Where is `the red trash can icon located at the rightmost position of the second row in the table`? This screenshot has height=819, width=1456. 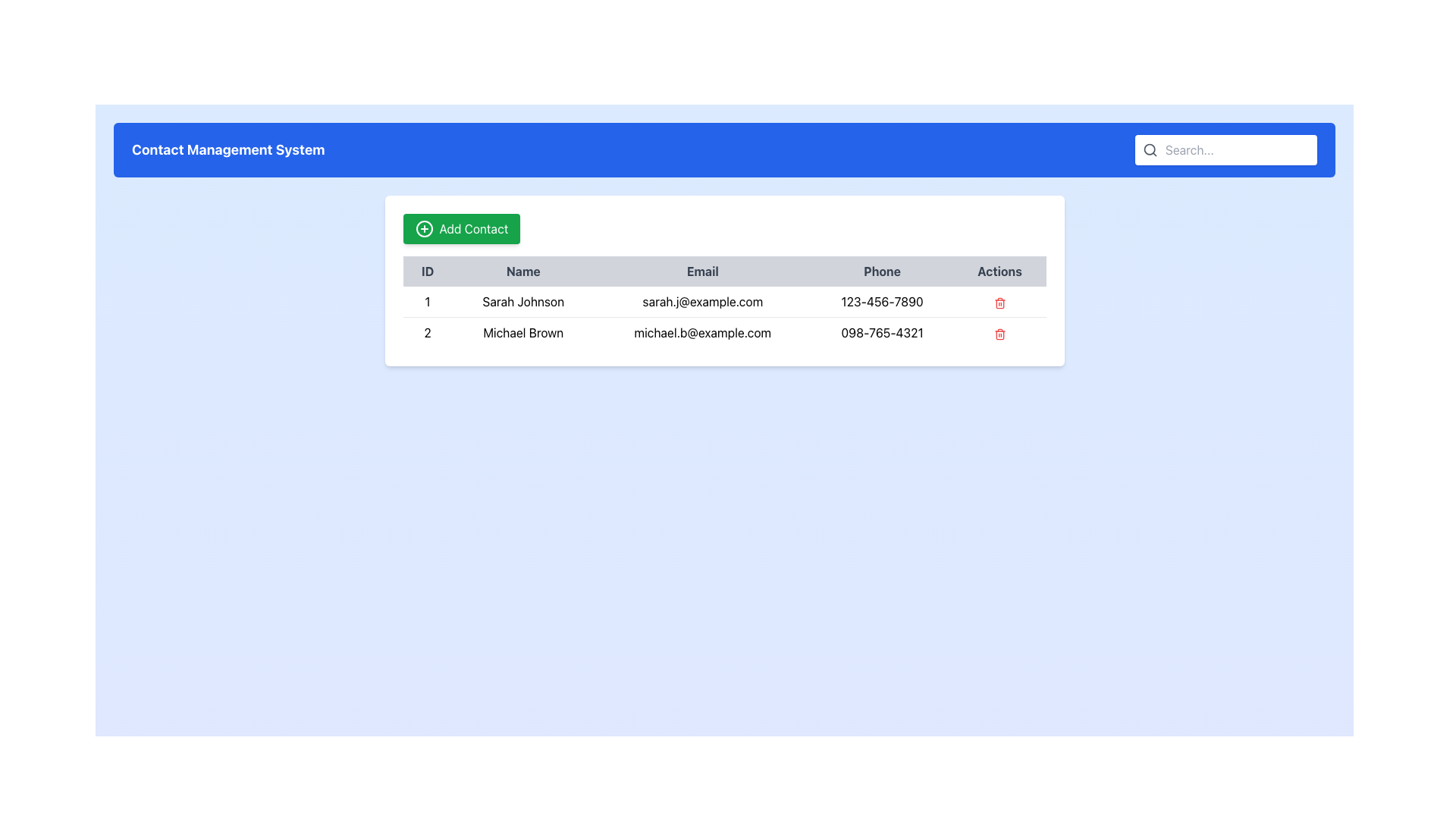 the red trash can icon located at the rightmost position of the second row in the table is located at coordinates (999, 332).